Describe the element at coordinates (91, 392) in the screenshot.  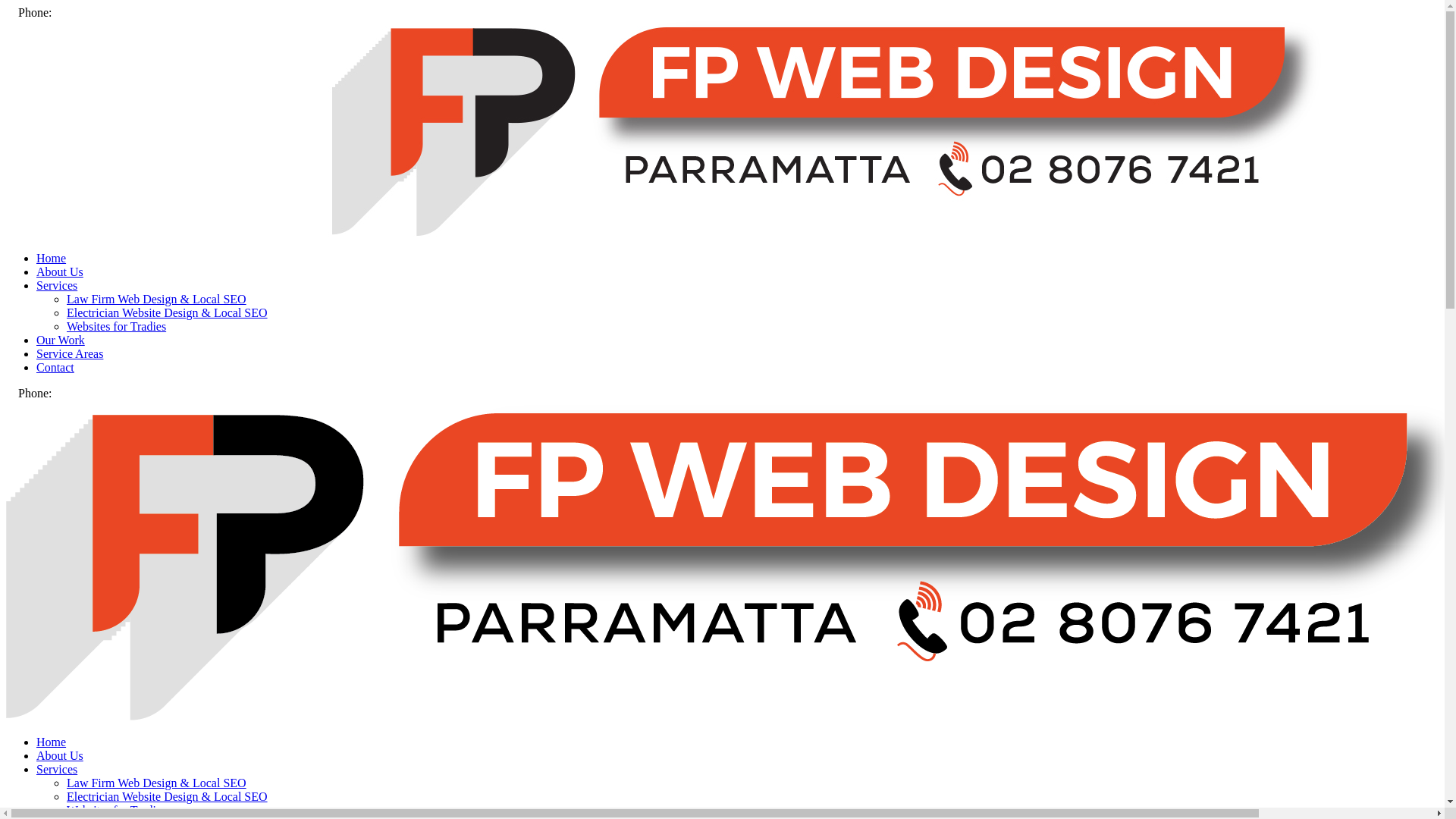
I see `'(02) 8076 7421'` at that location.